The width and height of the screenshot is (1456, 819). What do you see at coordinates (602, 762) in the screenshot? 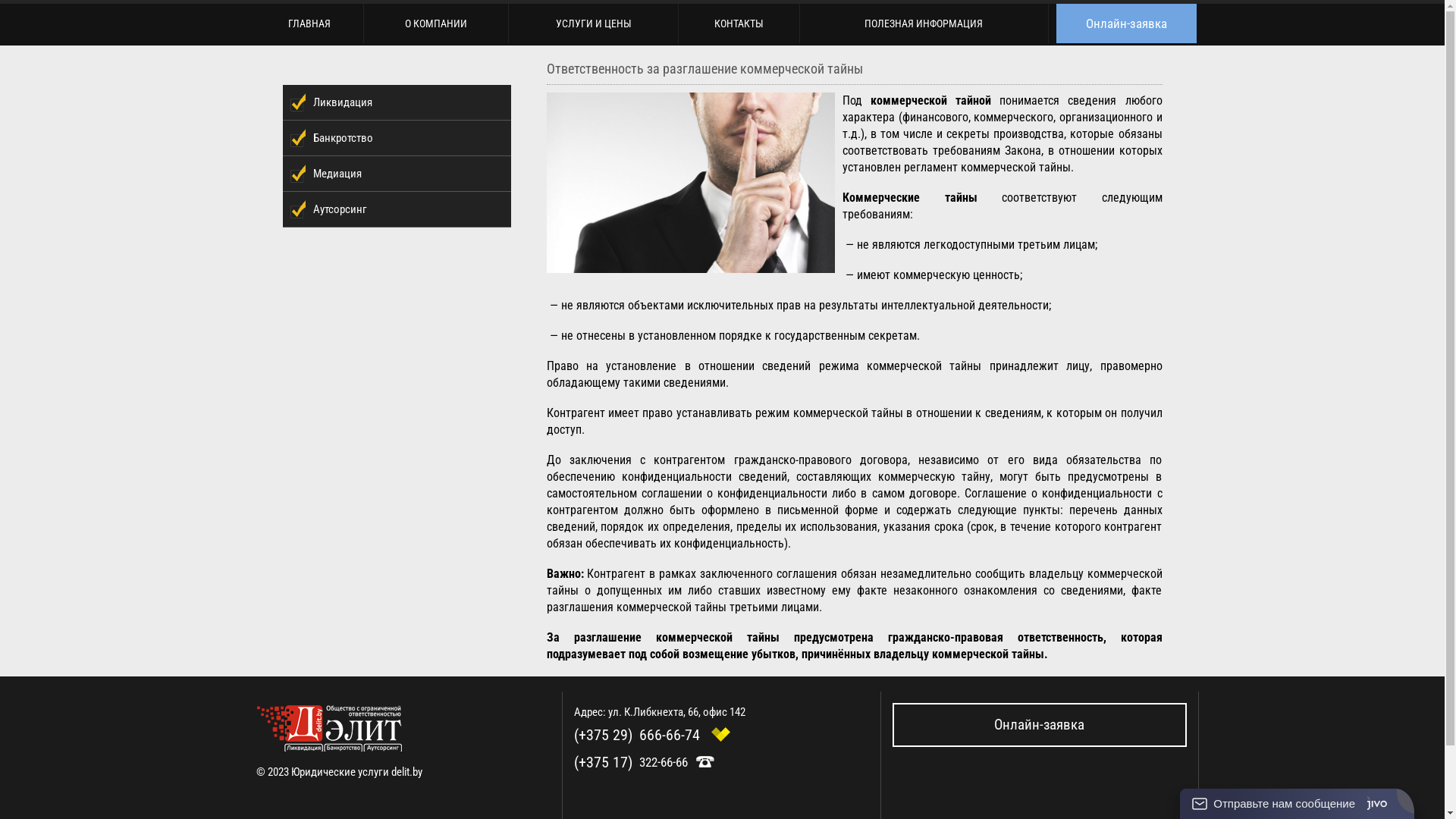
I see `'(+375 17)'` at bounding box center [602, 762].